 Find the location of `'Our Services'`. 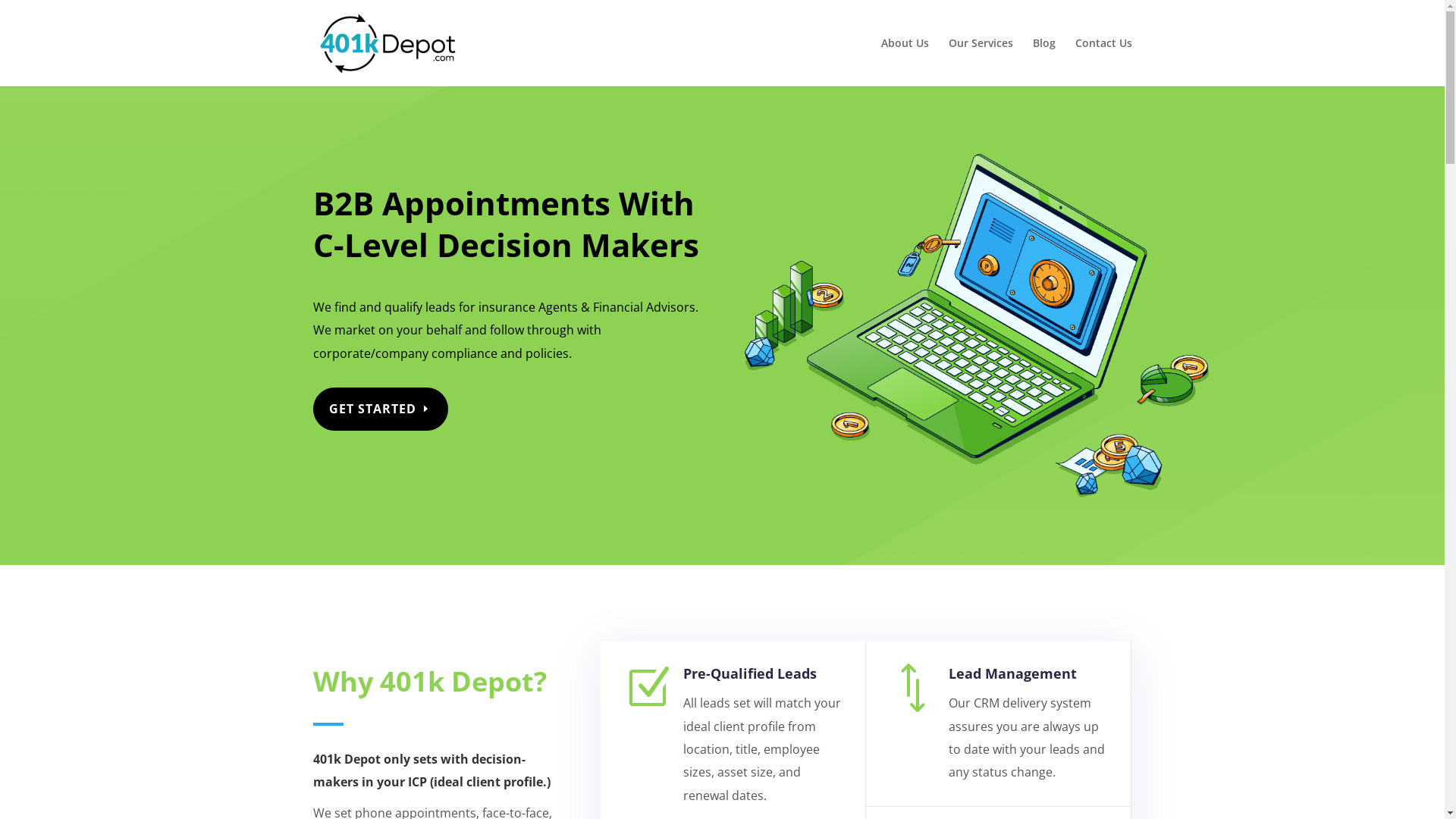

'Our Services' is located at coordinates (980, 61).